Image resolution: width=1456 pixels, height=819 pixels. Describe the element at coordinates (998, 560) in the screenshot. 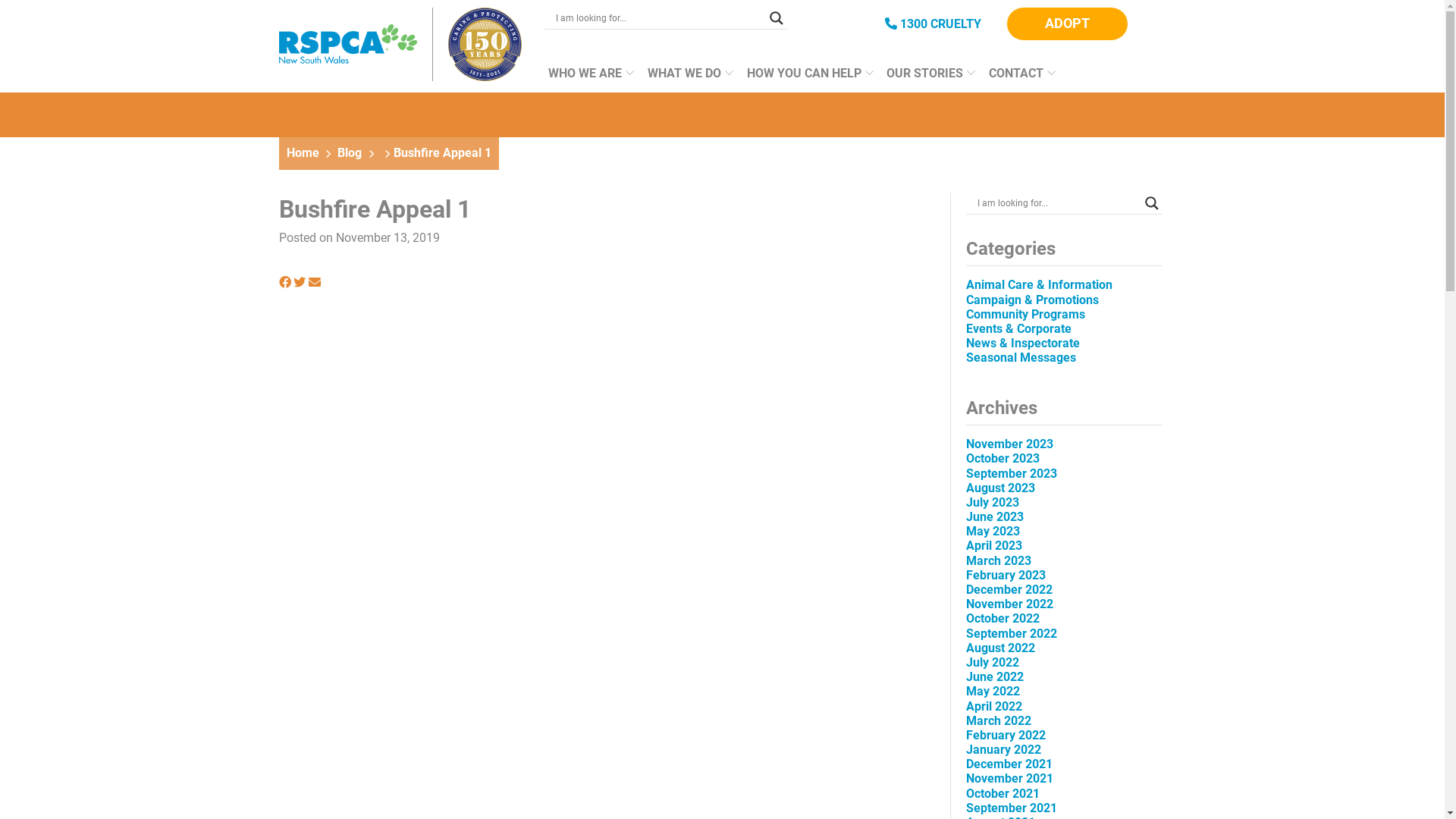

I see `'March 2023'` at that location.